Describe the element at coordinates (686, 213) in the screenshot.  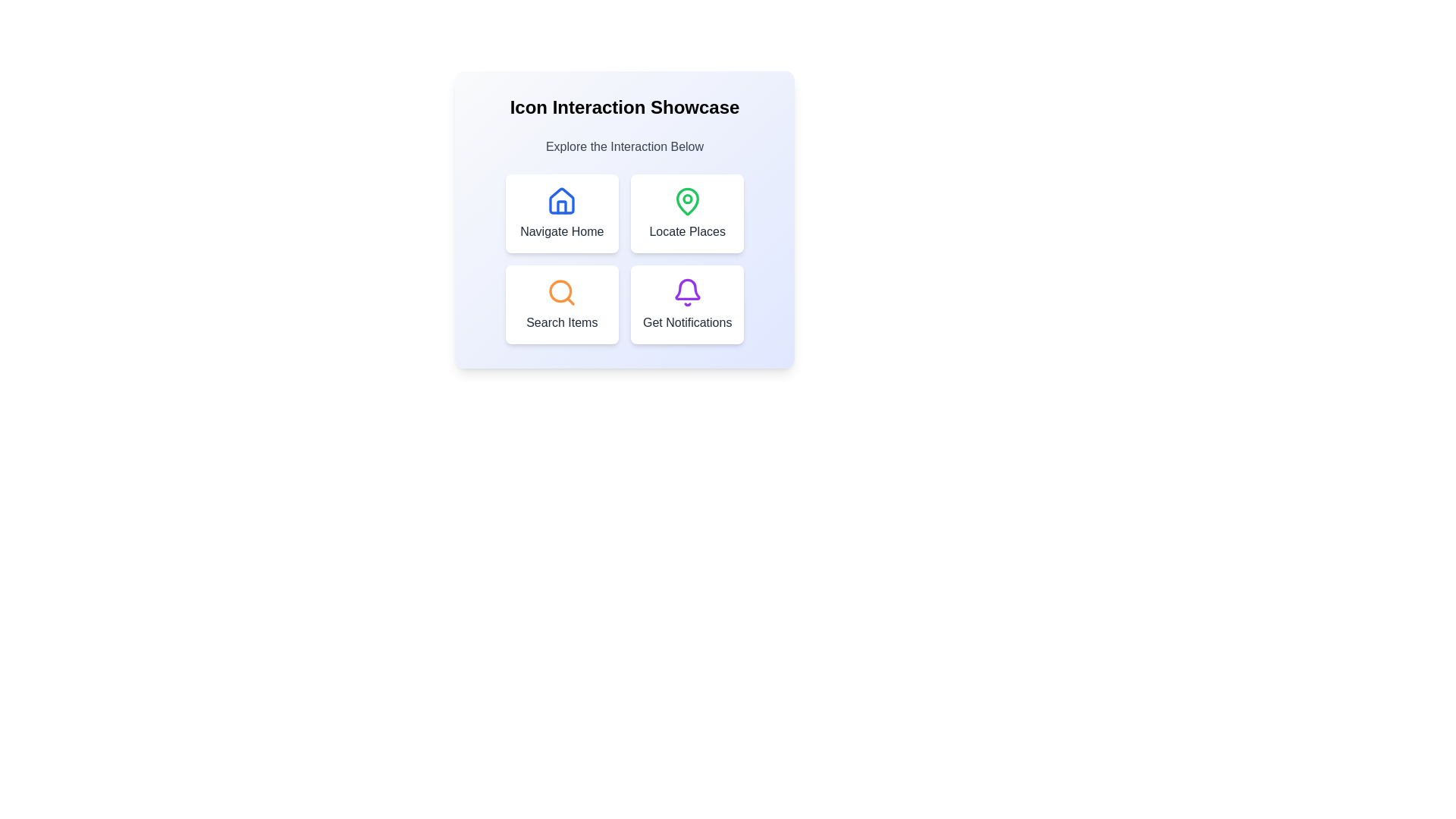
I see `the second Card Button in the grid layout to observe any visual effects` at that location.